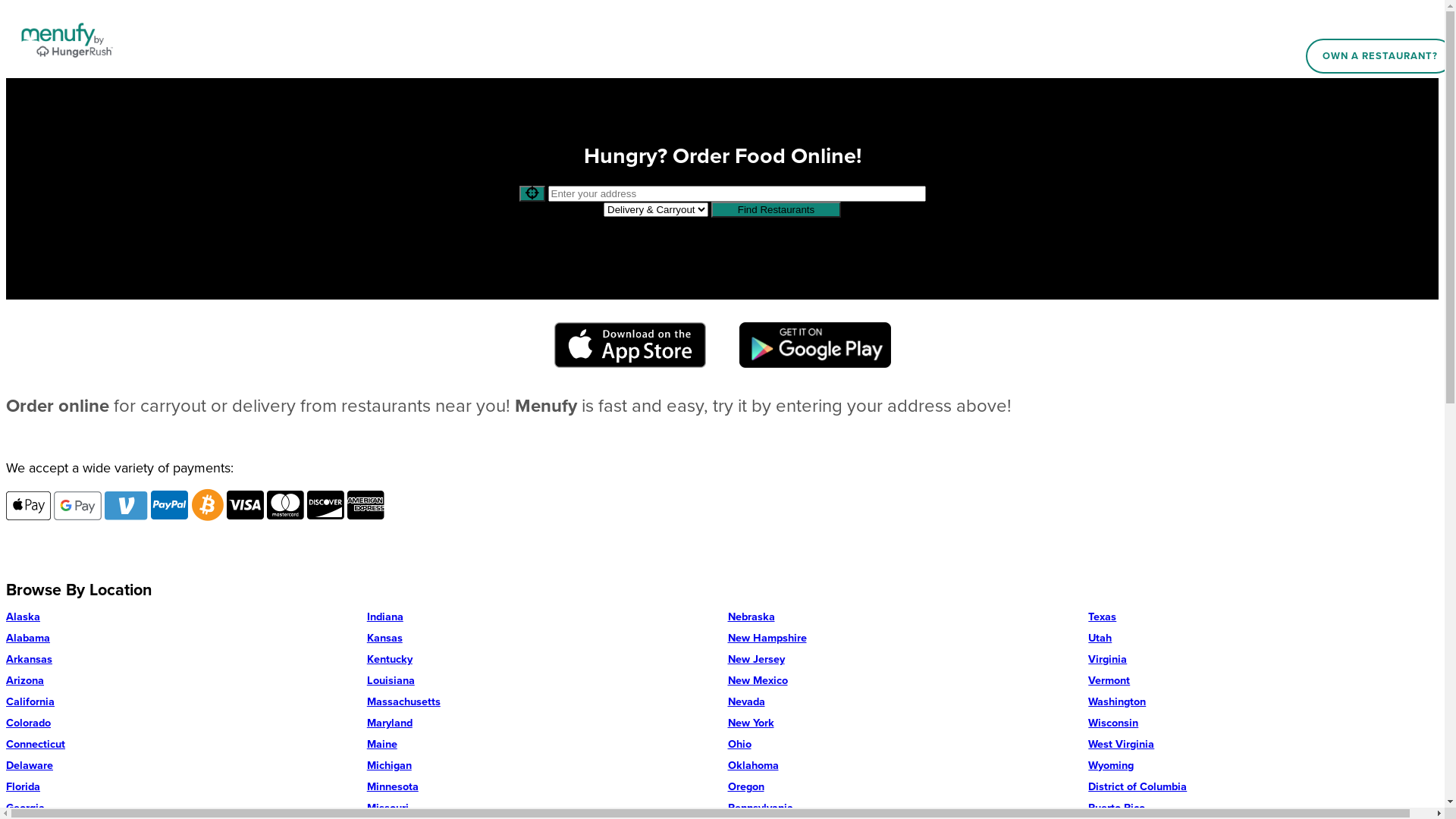 The width and height of the screenshot is (1456, 819). What do you see at coordinates (169, 504) in the screenshot?
I see `'Accepts PayPal'` at bounding box center [169, 504].